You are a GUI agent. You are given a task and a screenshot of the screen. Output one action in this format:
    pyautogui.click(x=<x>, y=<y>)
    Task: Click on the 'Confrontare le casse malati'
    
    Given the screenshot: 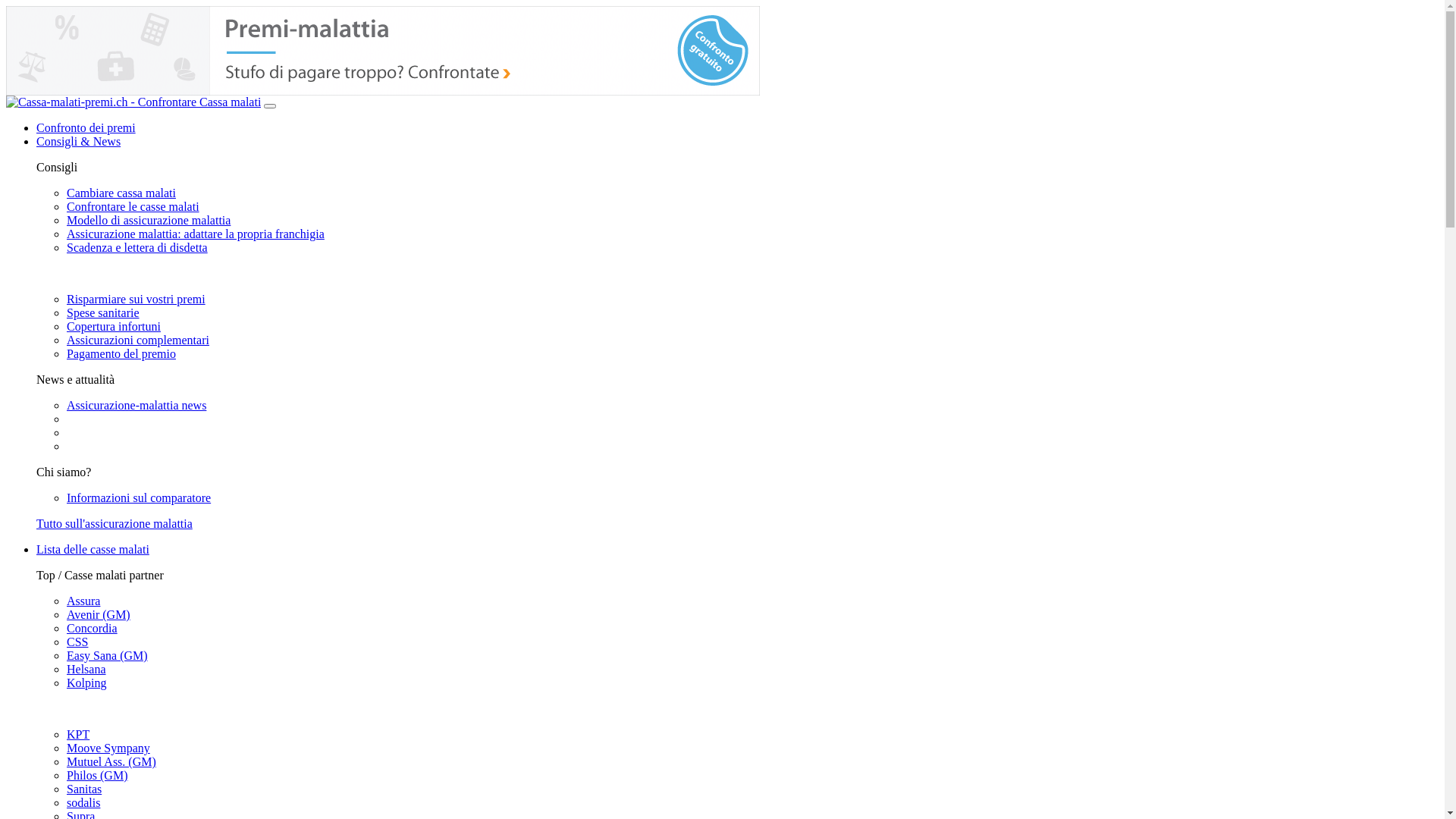 What is the action you would take?
    pyautogui.click(x=65, y=206)
    